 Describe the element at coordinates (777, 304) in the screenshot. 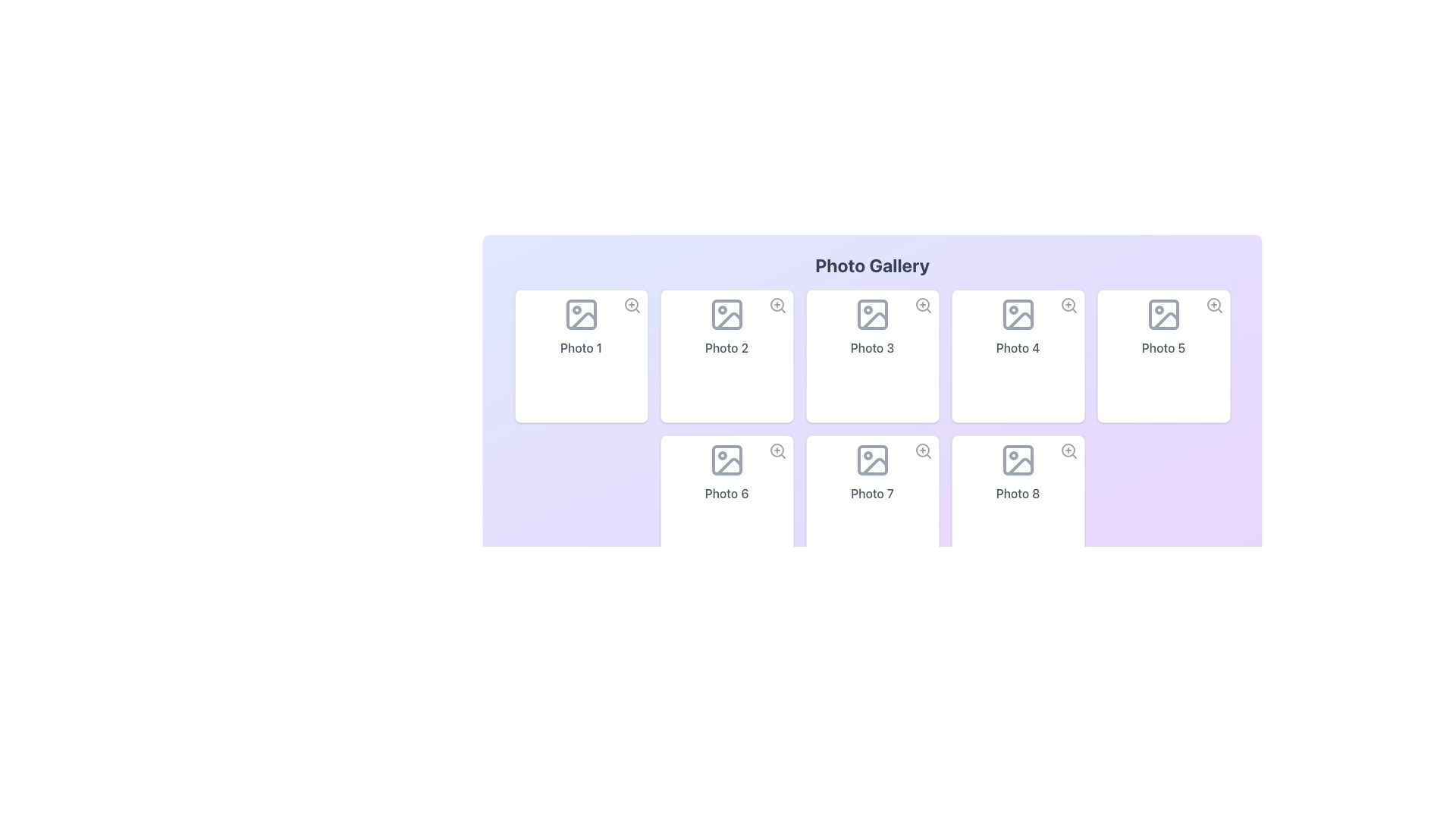

I see `the SVG circle element that visually represents the zoom-in feature in the photo gallery interface for 'Photo 2'` at that location.